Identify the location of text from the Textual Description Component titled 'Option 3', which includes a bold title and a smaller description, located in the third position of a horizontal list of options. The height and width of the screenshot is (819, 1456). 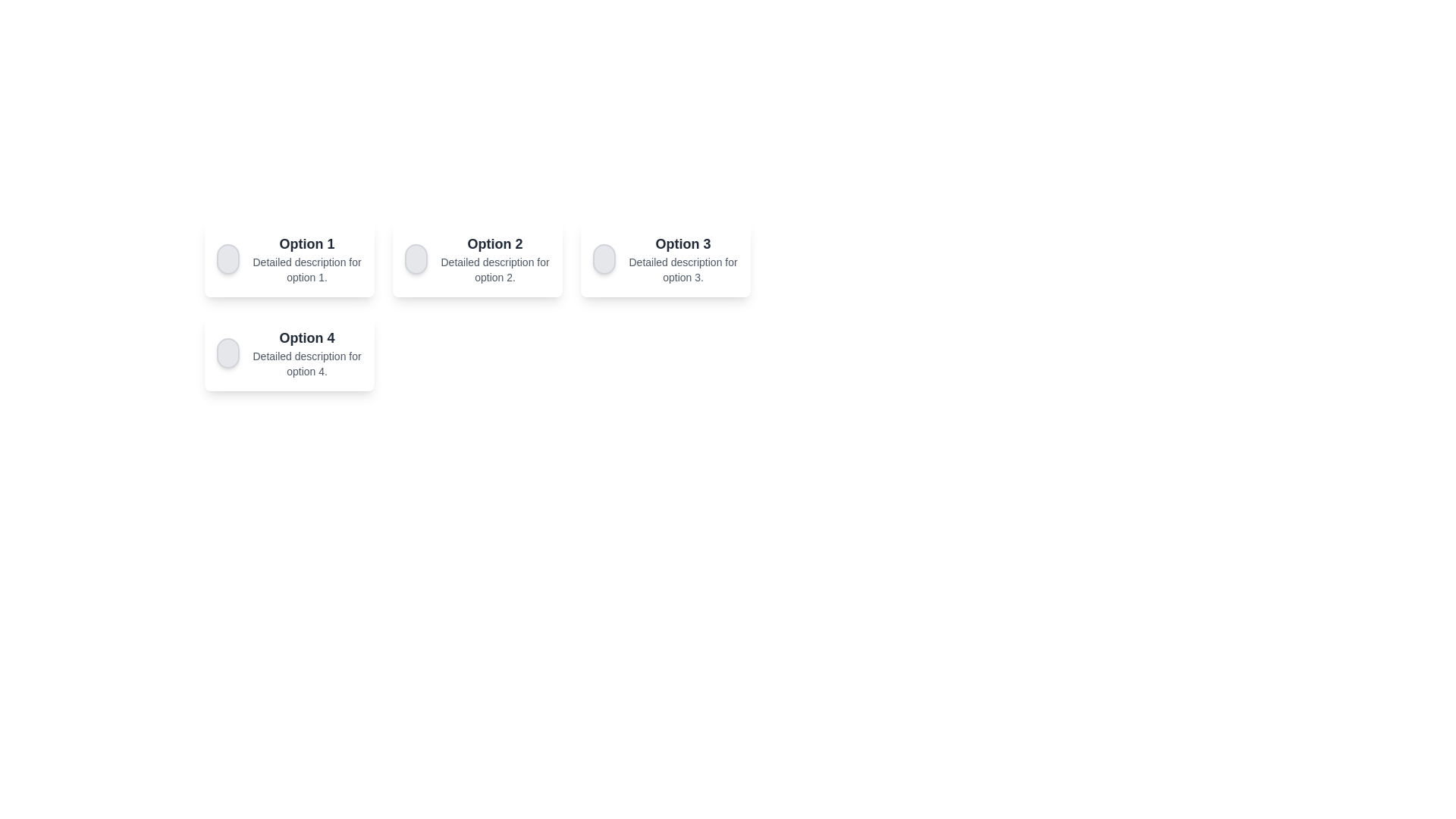
(682, 259).